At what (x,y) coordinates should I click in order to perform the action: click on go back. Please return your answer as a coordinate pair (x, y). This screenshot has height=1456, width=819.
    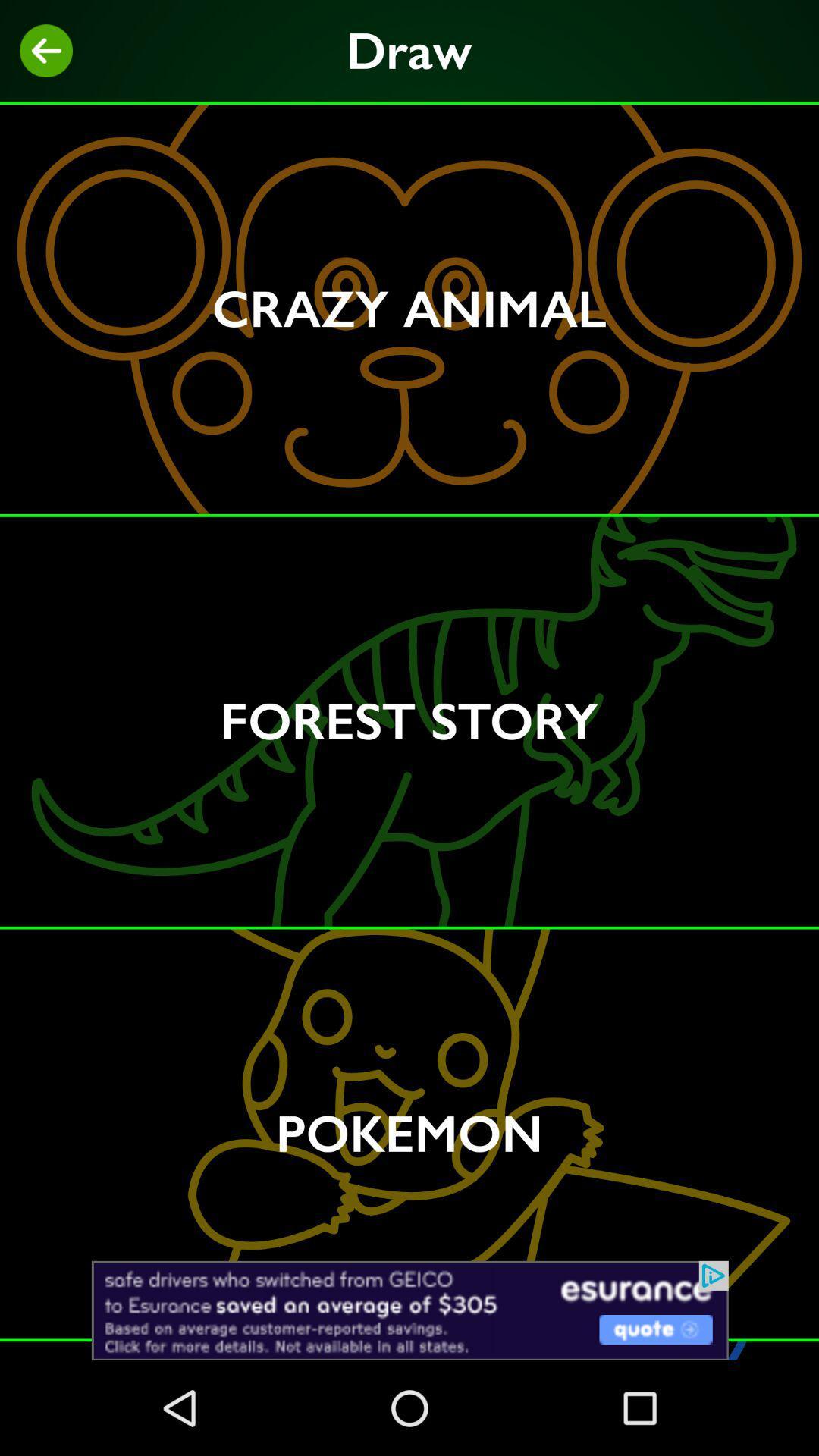
    Looking at the image, I should click on (45, 51).